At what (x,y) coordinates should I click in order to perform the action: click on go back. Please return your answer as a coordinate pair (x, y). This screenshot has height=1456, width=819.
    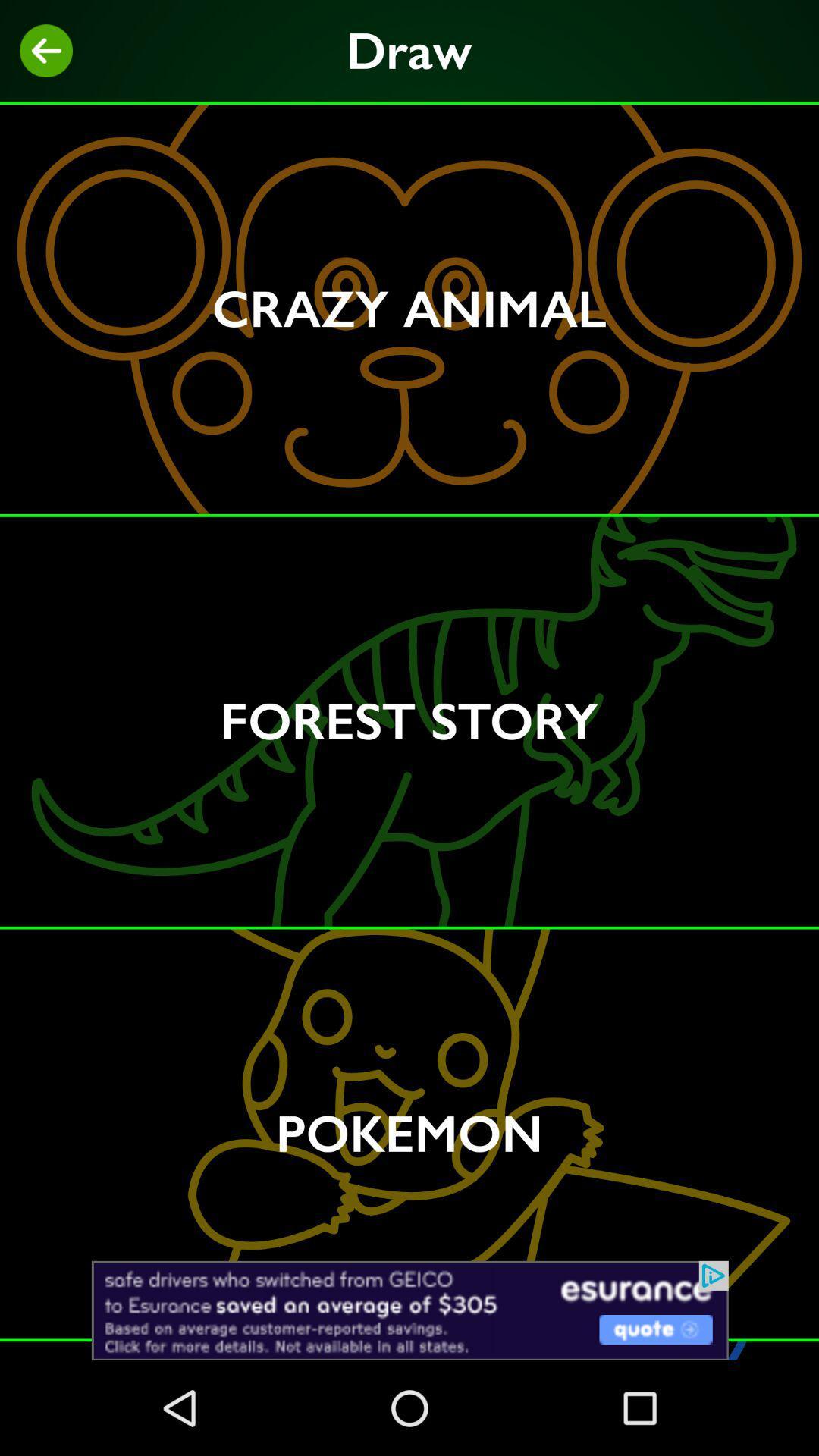
    Looking at the image, I should click on (45, 51).